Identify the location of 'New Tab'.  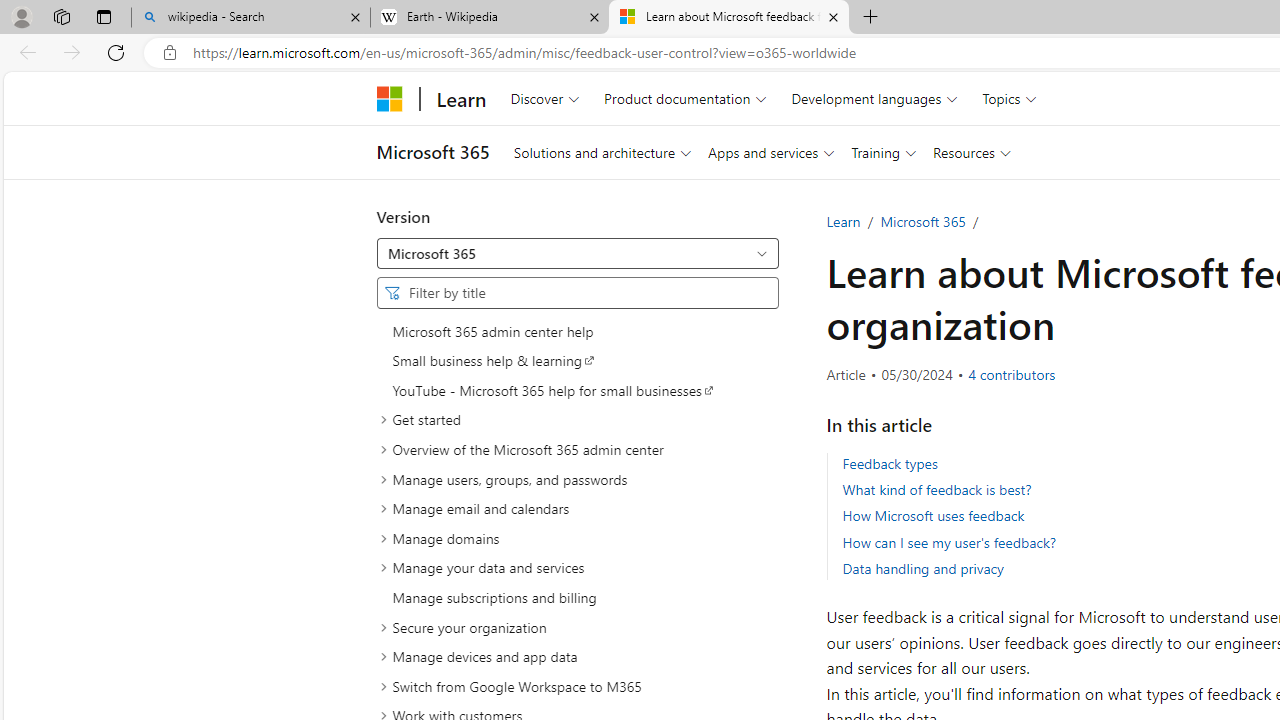
(871, 17).